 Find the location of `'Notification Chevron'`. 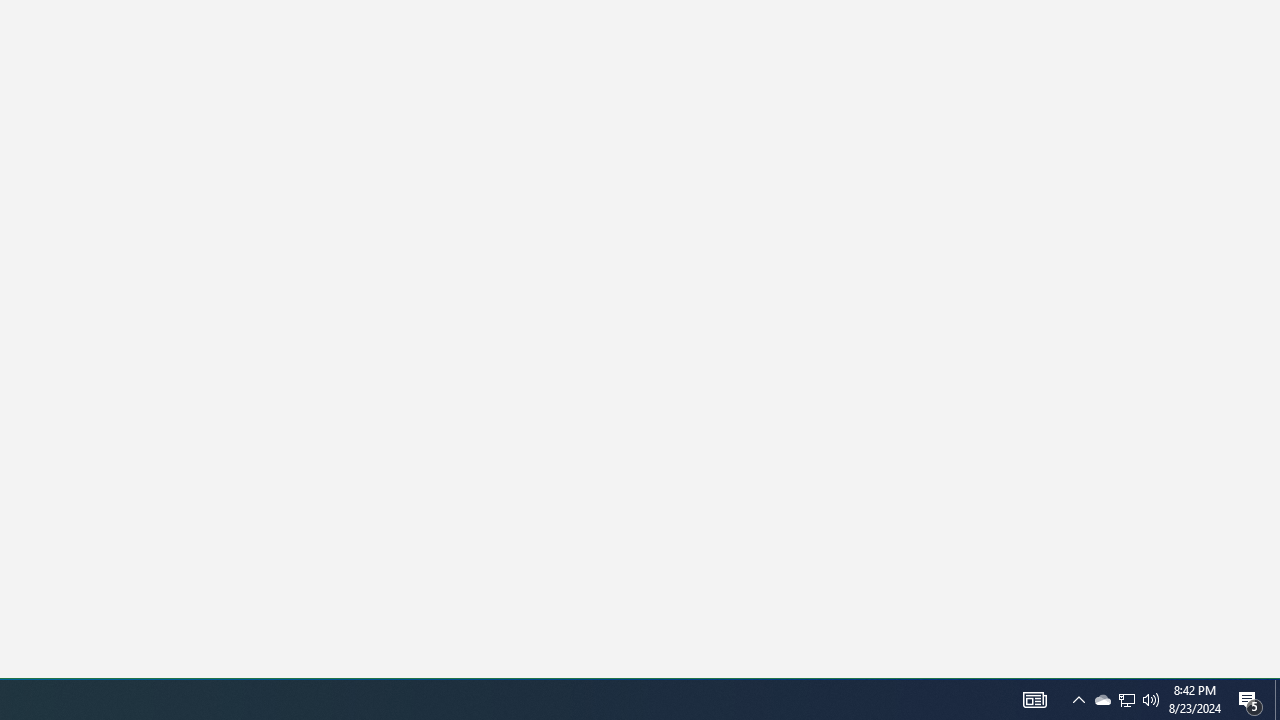

'Notification Chevron' is located at coordinates (1078, 698).